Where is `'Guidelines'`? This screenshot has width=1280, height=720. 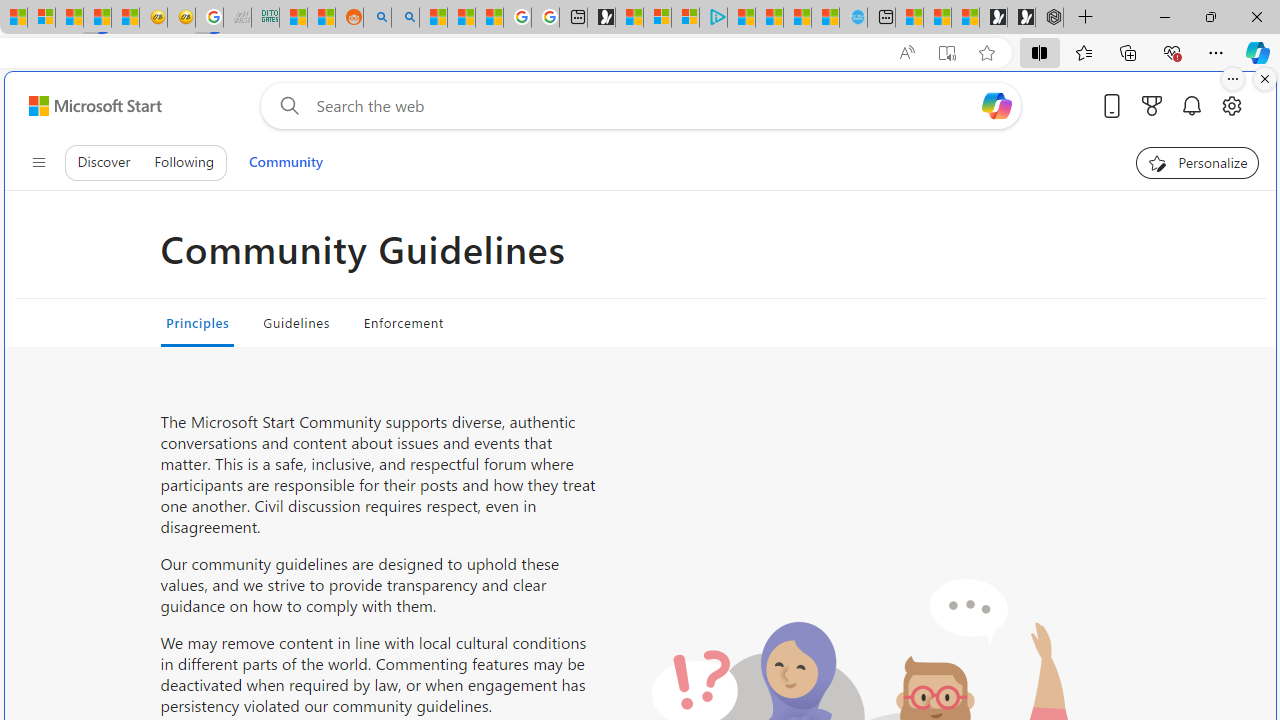
'Guidelines' is located at coordinates (295, 321).